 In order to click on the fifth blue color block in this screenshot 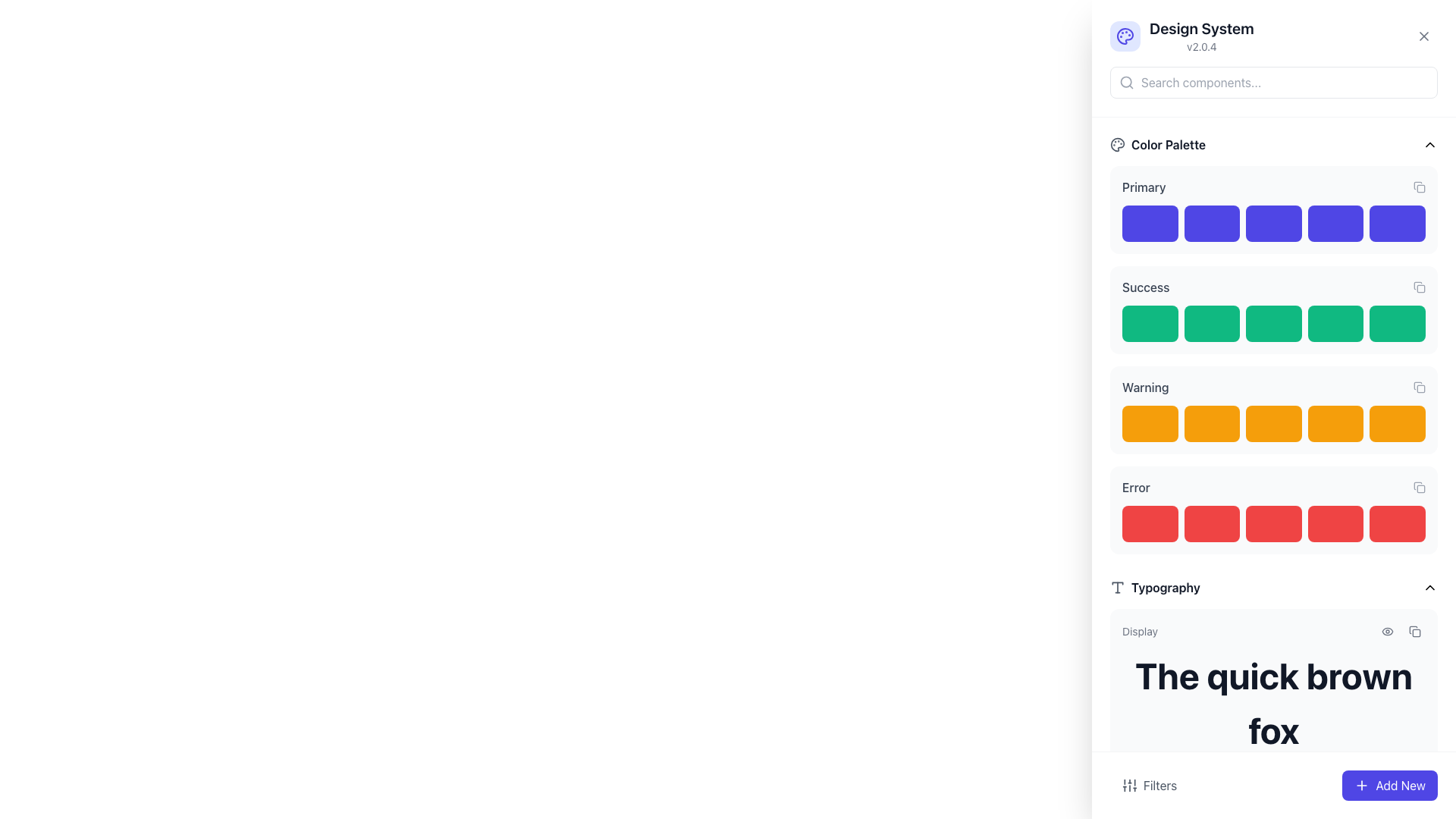, I will do `click(1397, 223)`.